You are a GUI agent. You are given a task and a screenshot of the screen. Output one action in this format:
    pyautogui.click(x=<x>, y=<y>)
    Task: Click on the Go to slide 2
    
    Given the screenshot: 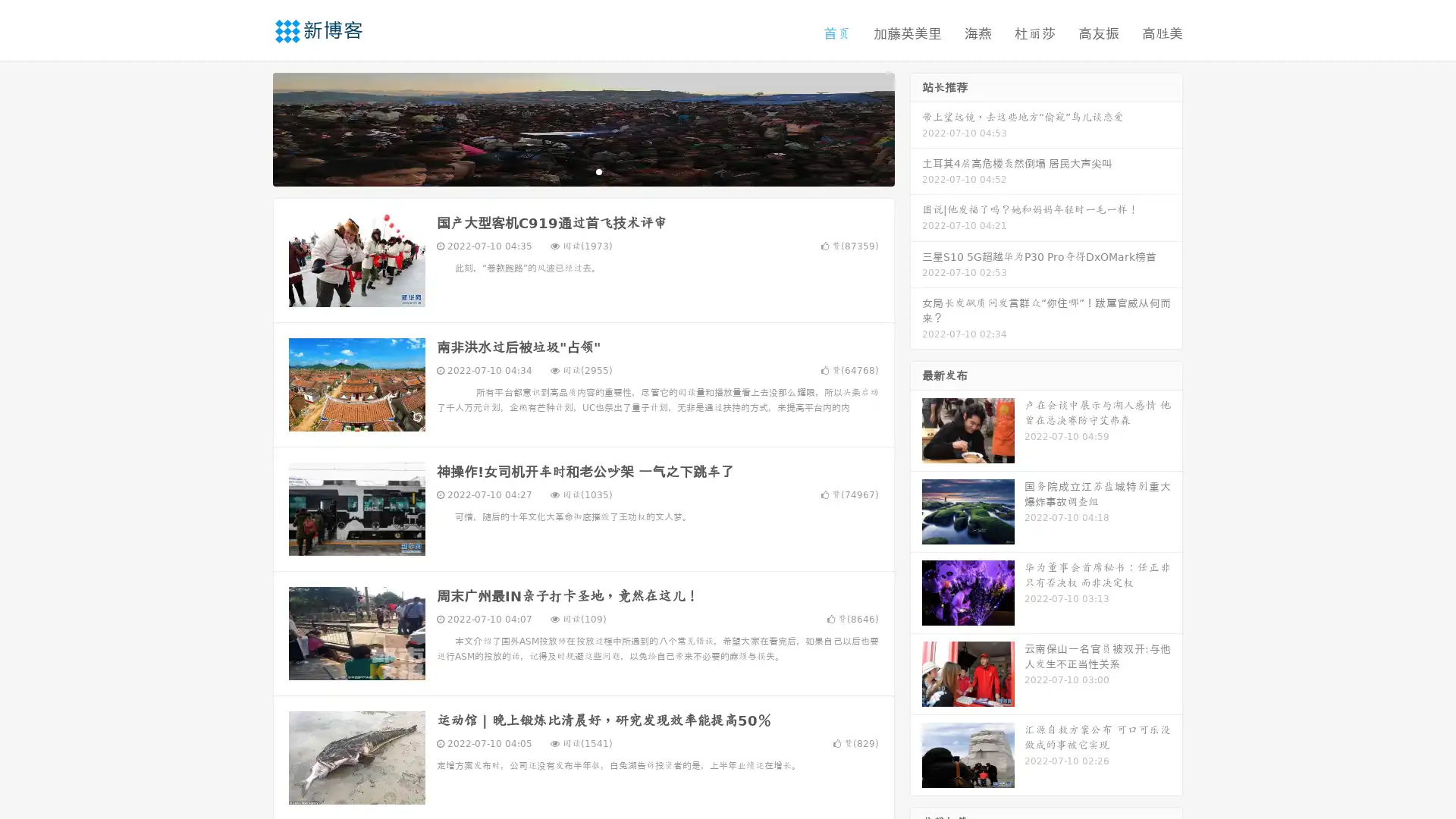 What is the action you would take?
    pyautogui.click(x=582, y=171)
    